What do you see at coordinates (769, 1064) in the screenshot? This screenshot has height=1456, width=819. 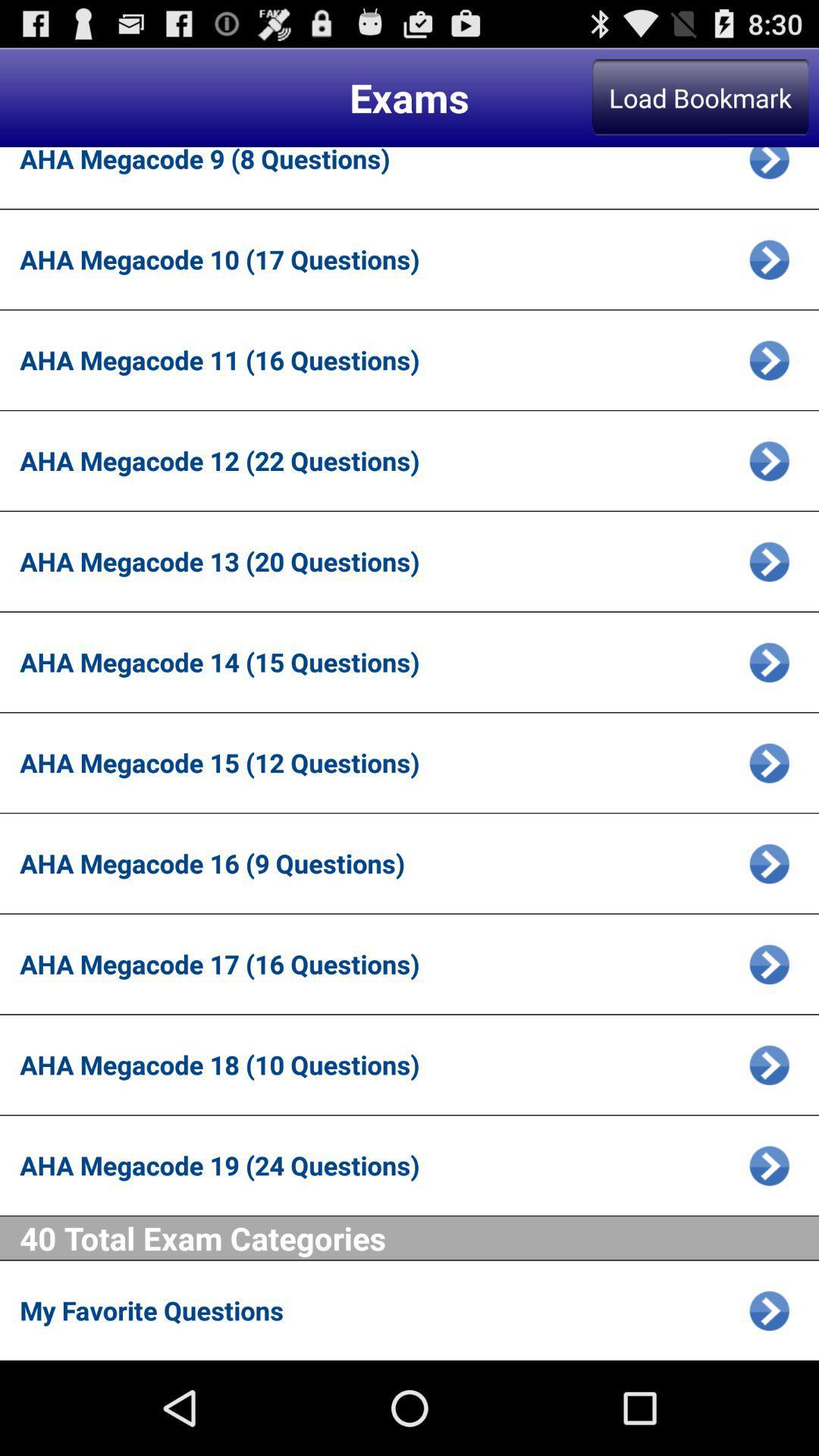 I see `open this book mark` at bounding box center [769, 1064].